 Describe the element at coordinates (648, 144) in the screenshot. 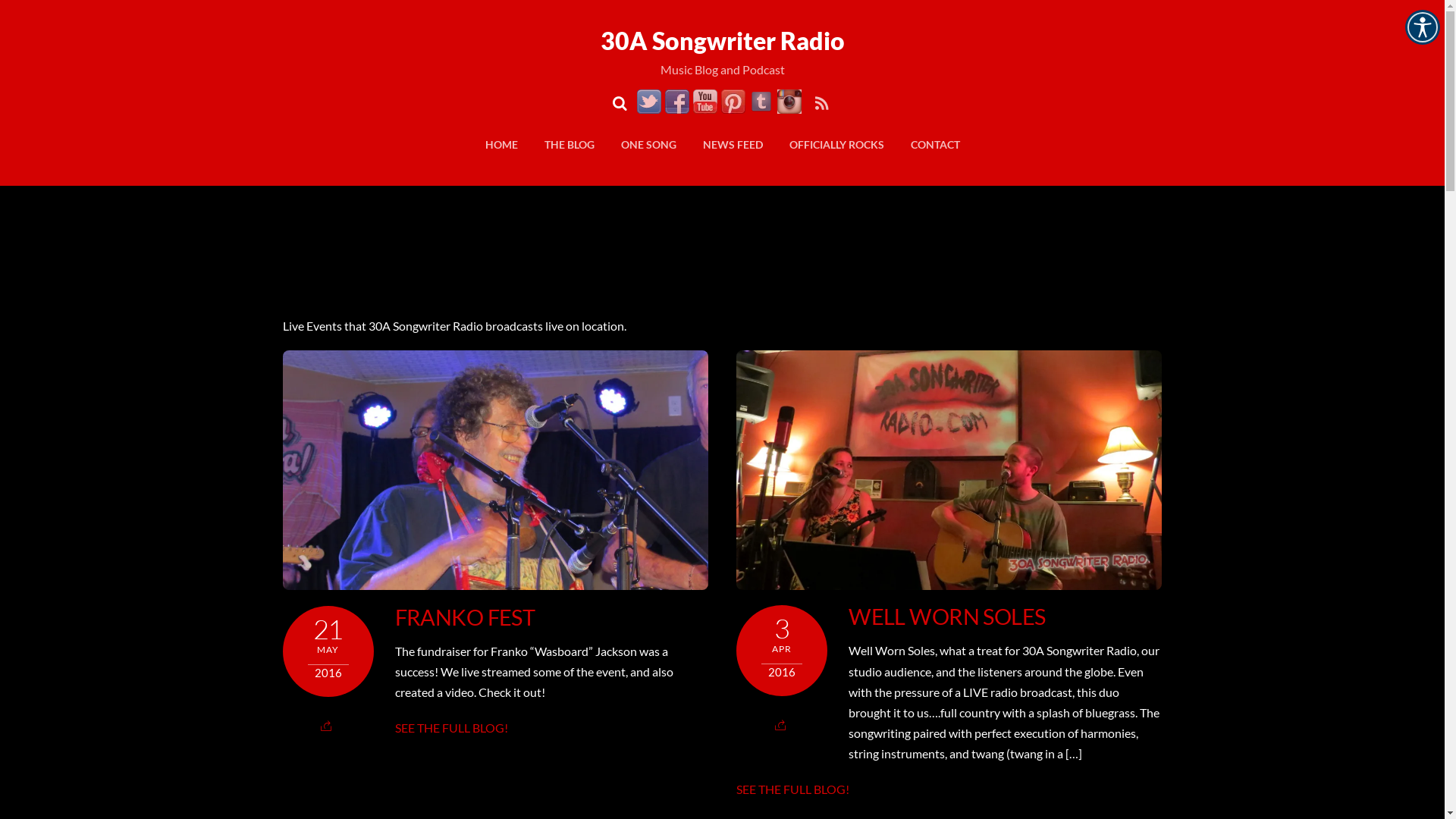

I see `'ONE SONG'` at that location.